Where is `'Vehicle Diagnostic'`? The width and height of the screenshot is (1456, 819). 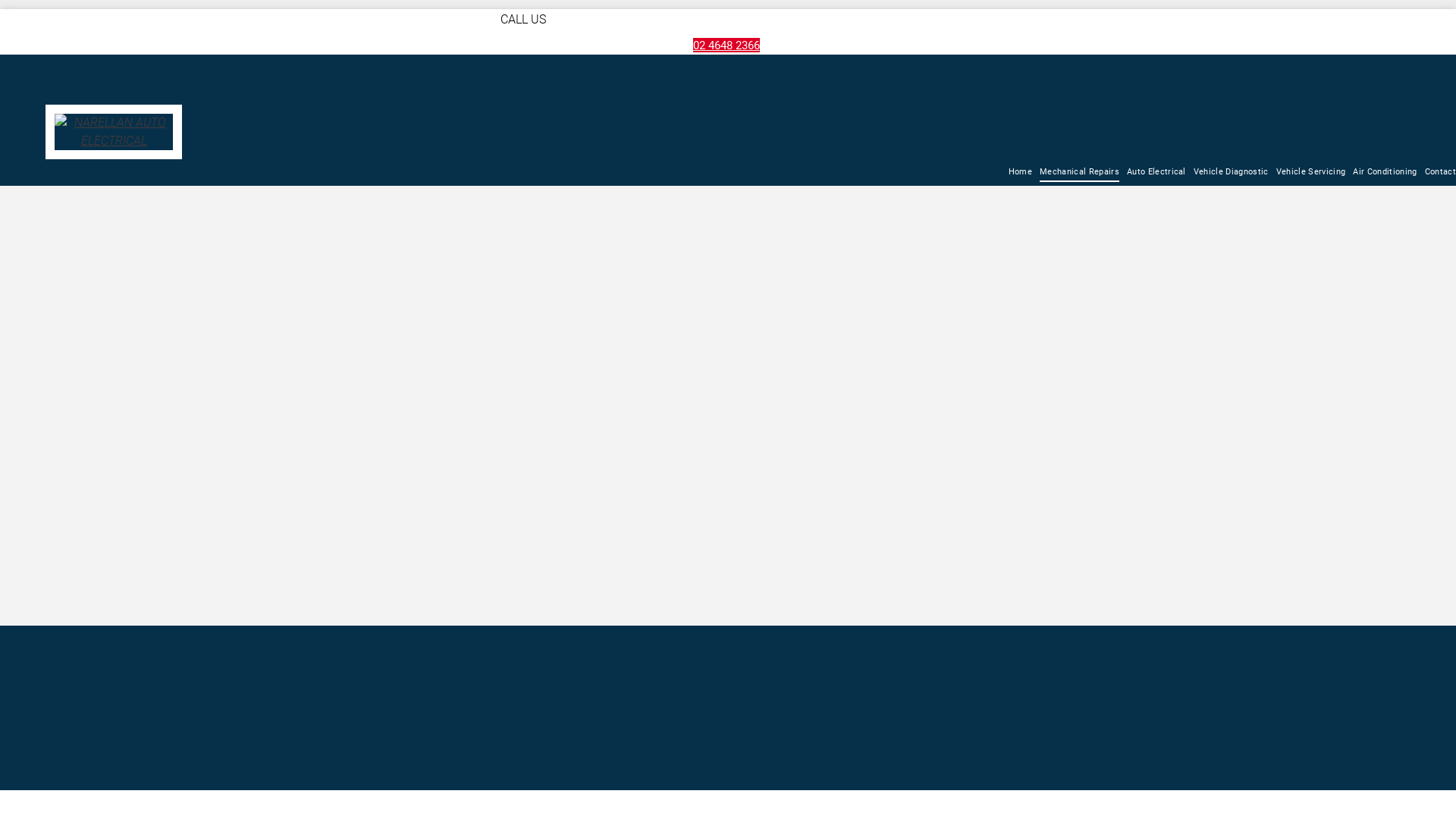
'Vehicle Diagnostic' is located at coordinates (1231, 171).